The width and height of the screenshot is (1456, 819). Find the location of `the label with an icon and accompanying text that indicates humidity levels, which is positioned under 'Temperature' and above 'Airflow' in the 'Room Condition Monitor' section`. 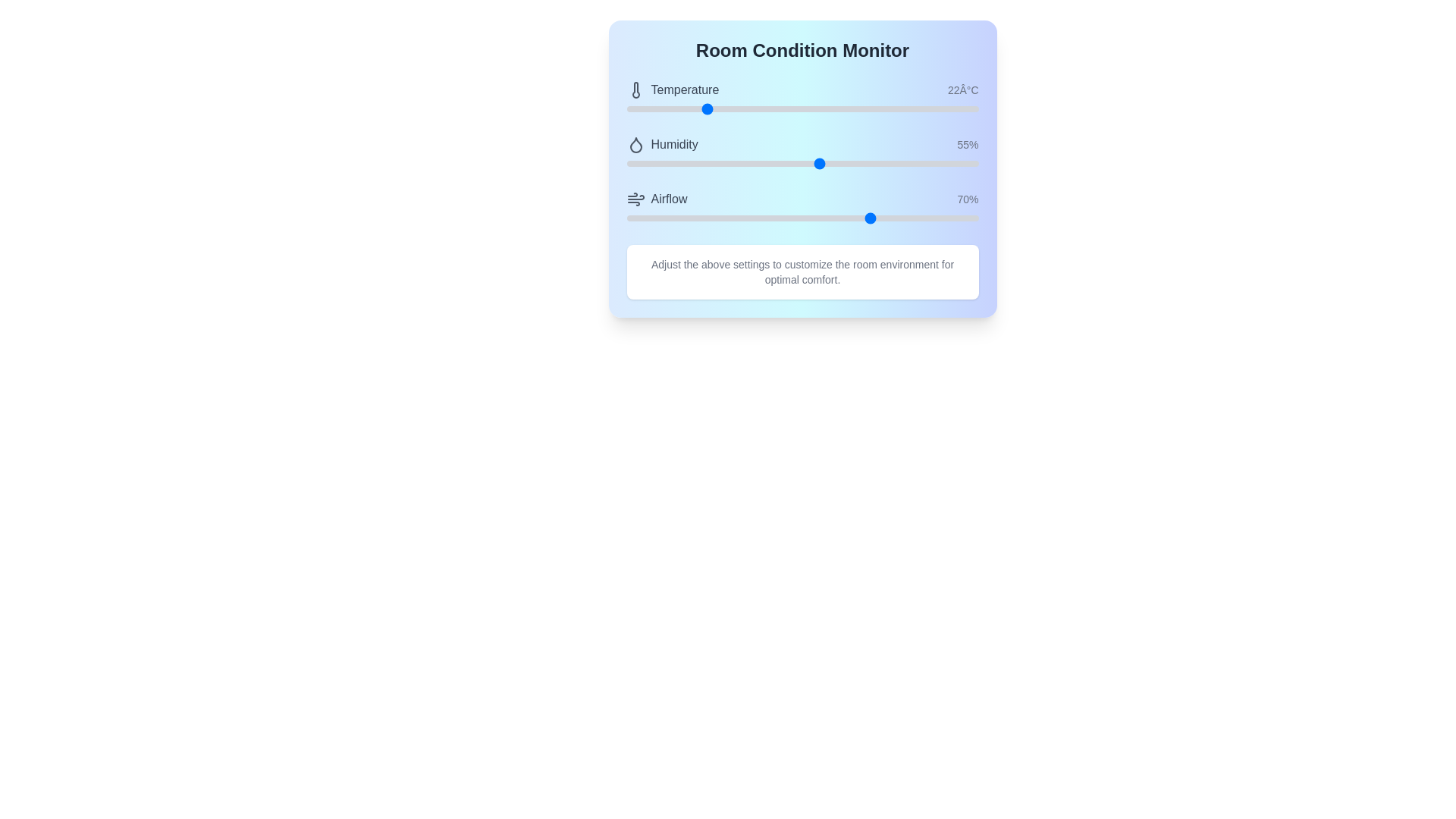

the label with an icon and accompanying text that indicates humidity levels, which is positioned under 'Temperature' and above 'Airflow' in the 'Room Condition Monitor' section is located at coordinates (662, 145).